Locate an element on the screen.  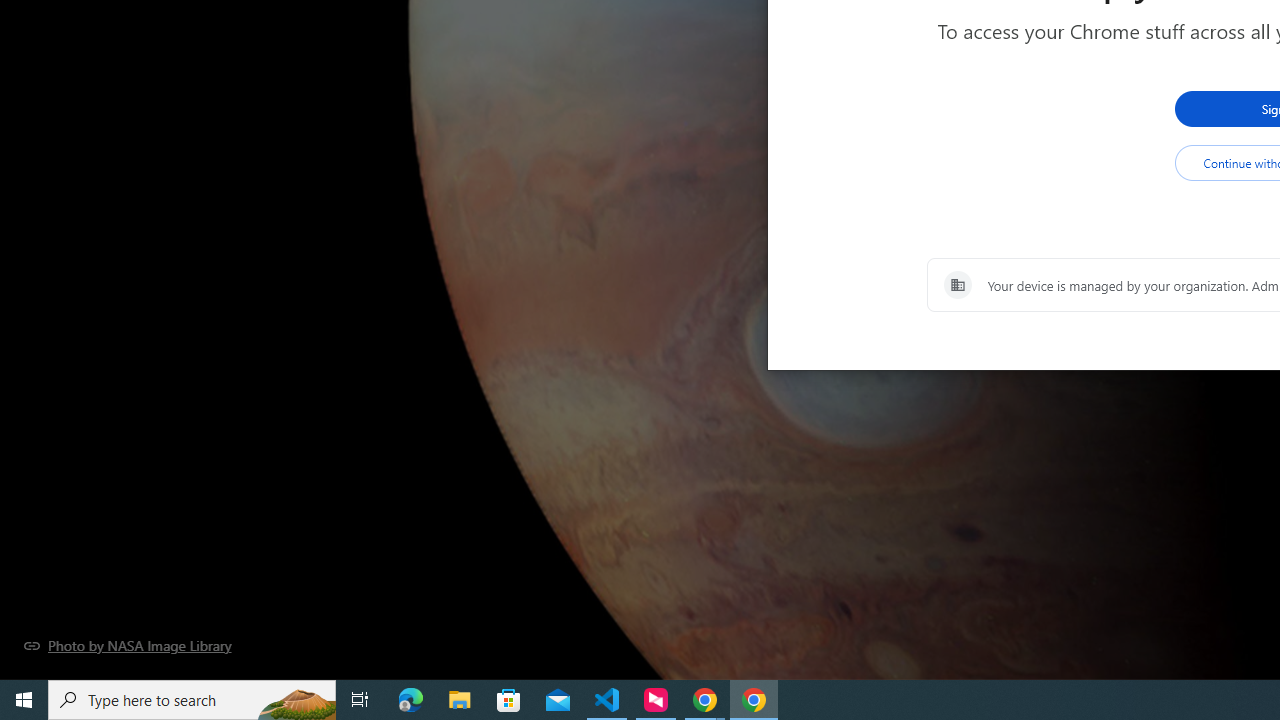
'Start' is located at coordinates (24, 698).